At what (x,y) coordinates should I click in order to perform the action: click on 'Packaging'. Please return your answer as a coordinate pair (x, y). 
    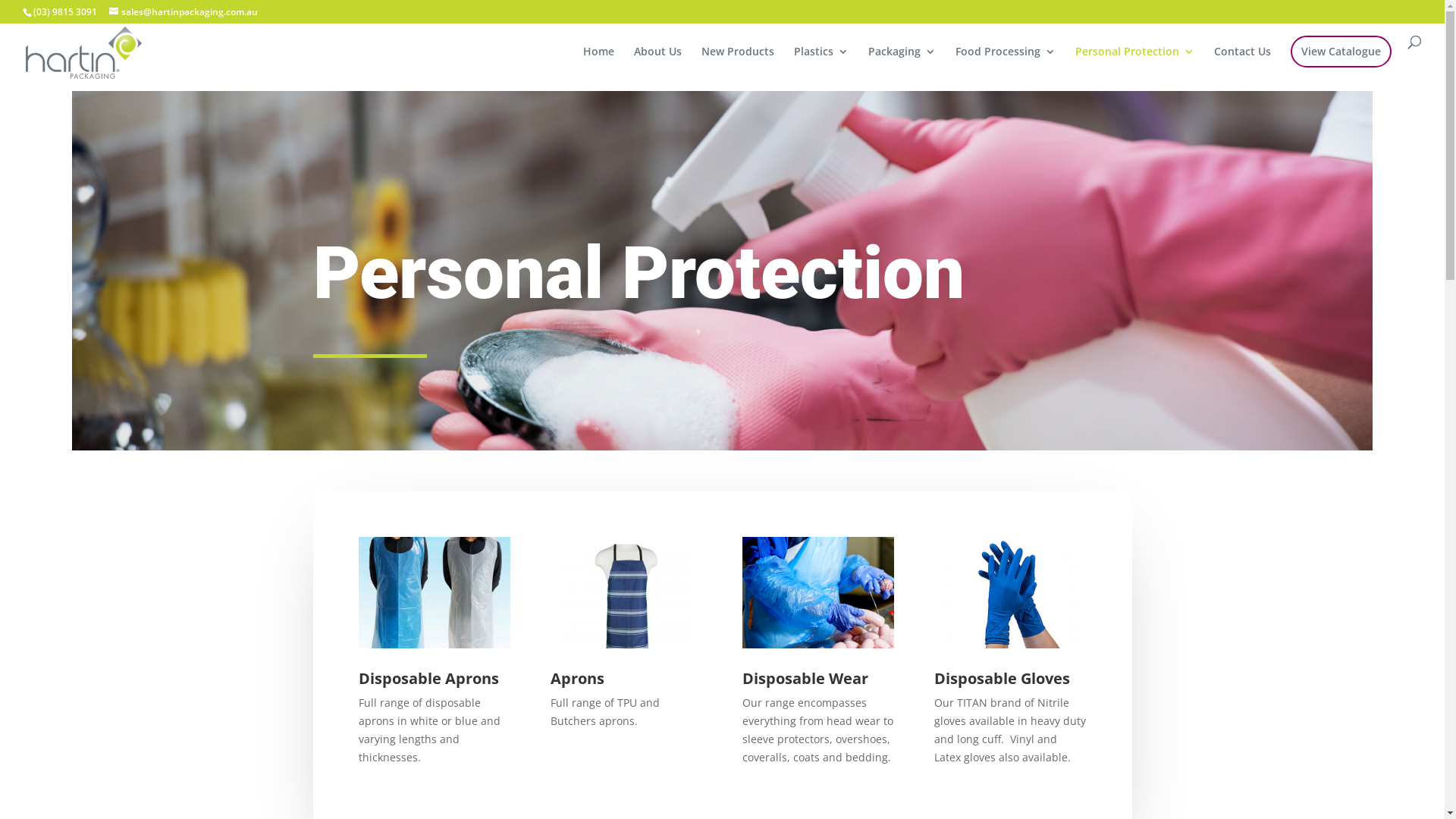
    Looking at the image, I should click on (902, 63).